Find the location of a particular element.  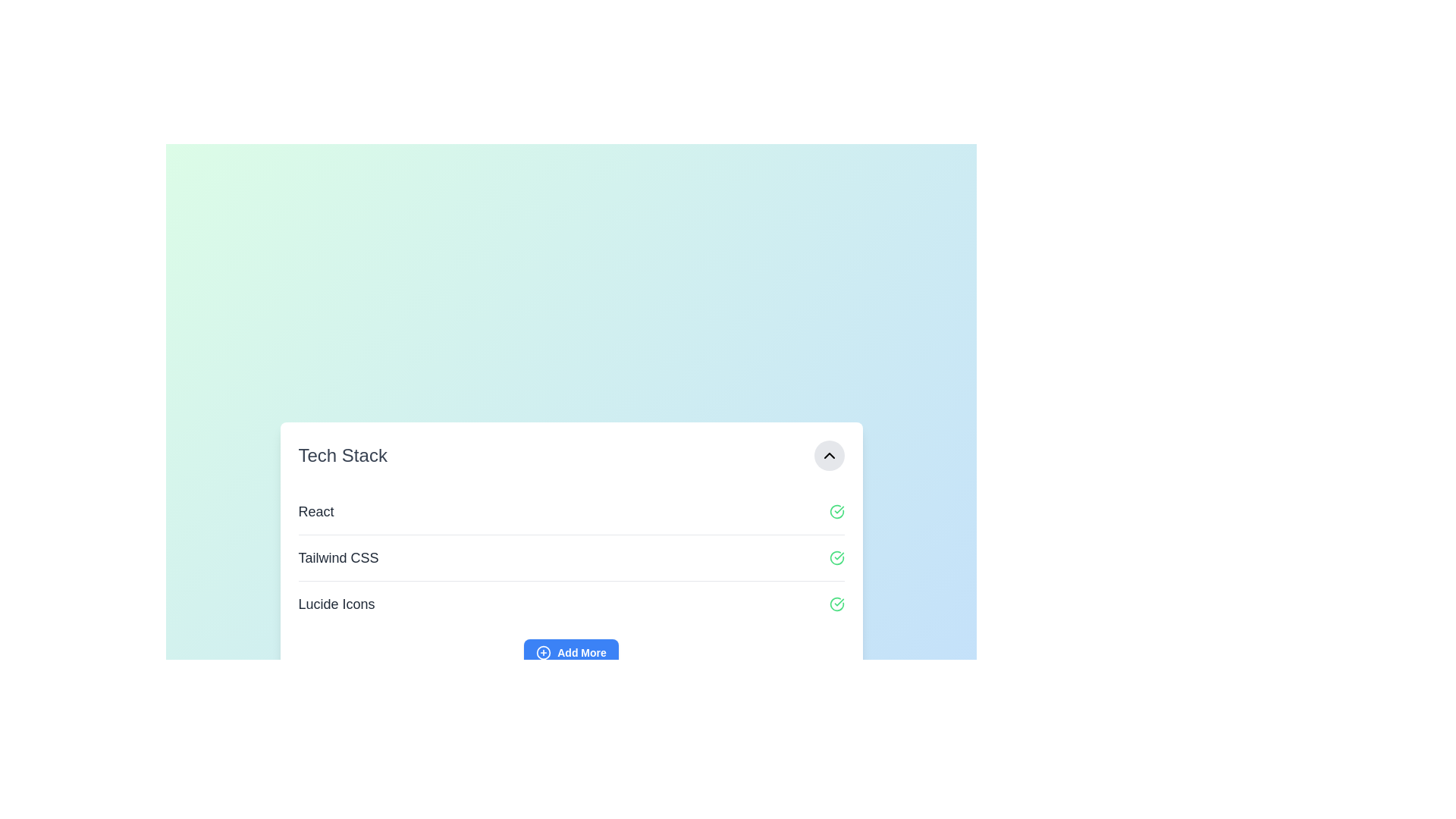

the active status icon located to the right of the 'Tailwind CSS' text in the second row of the layout is located at coordinates (836, 558).